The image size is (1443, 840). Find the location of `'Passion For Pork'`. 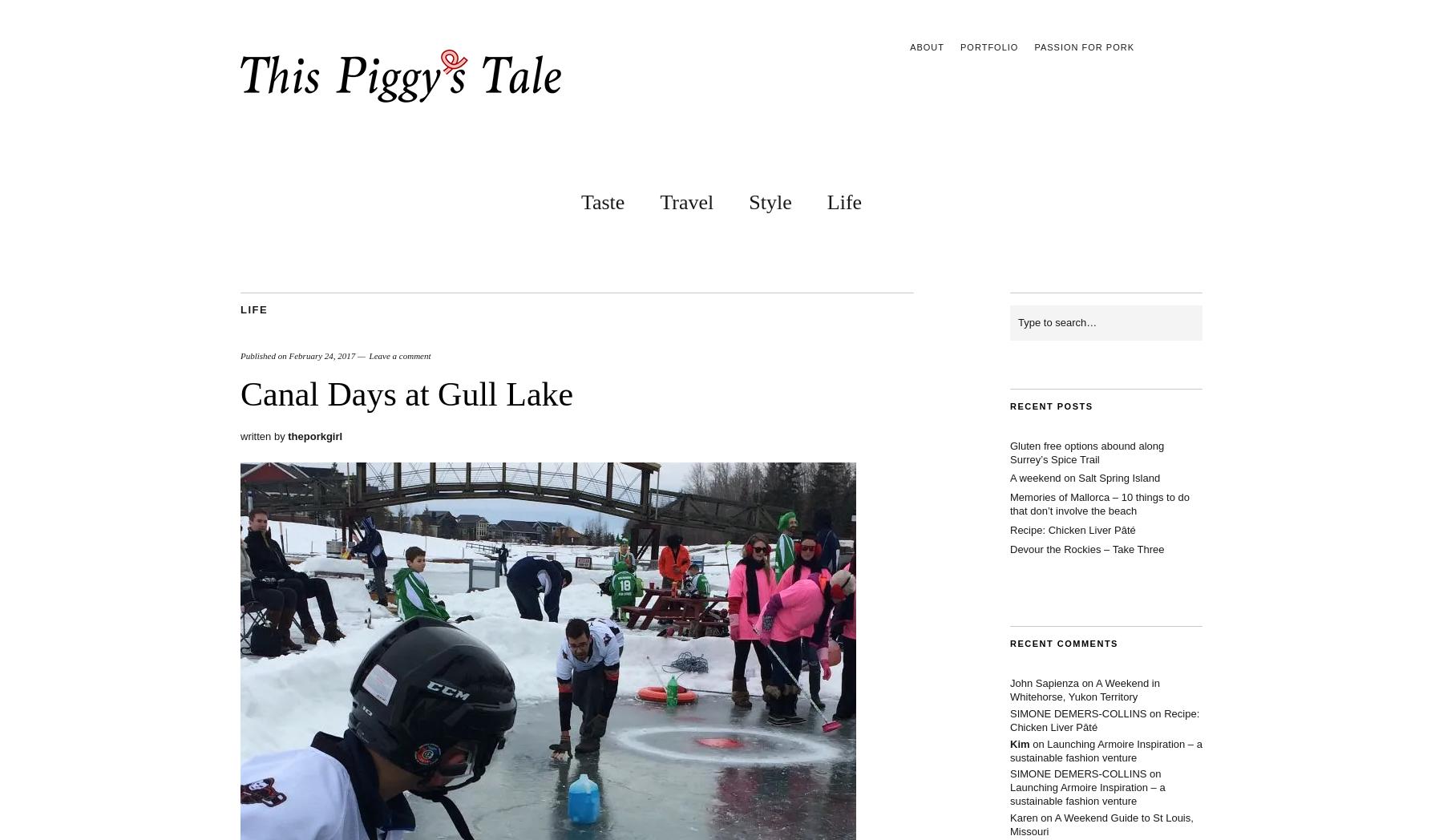

'Passion For Pork' is located at coordinates (1083, 47).